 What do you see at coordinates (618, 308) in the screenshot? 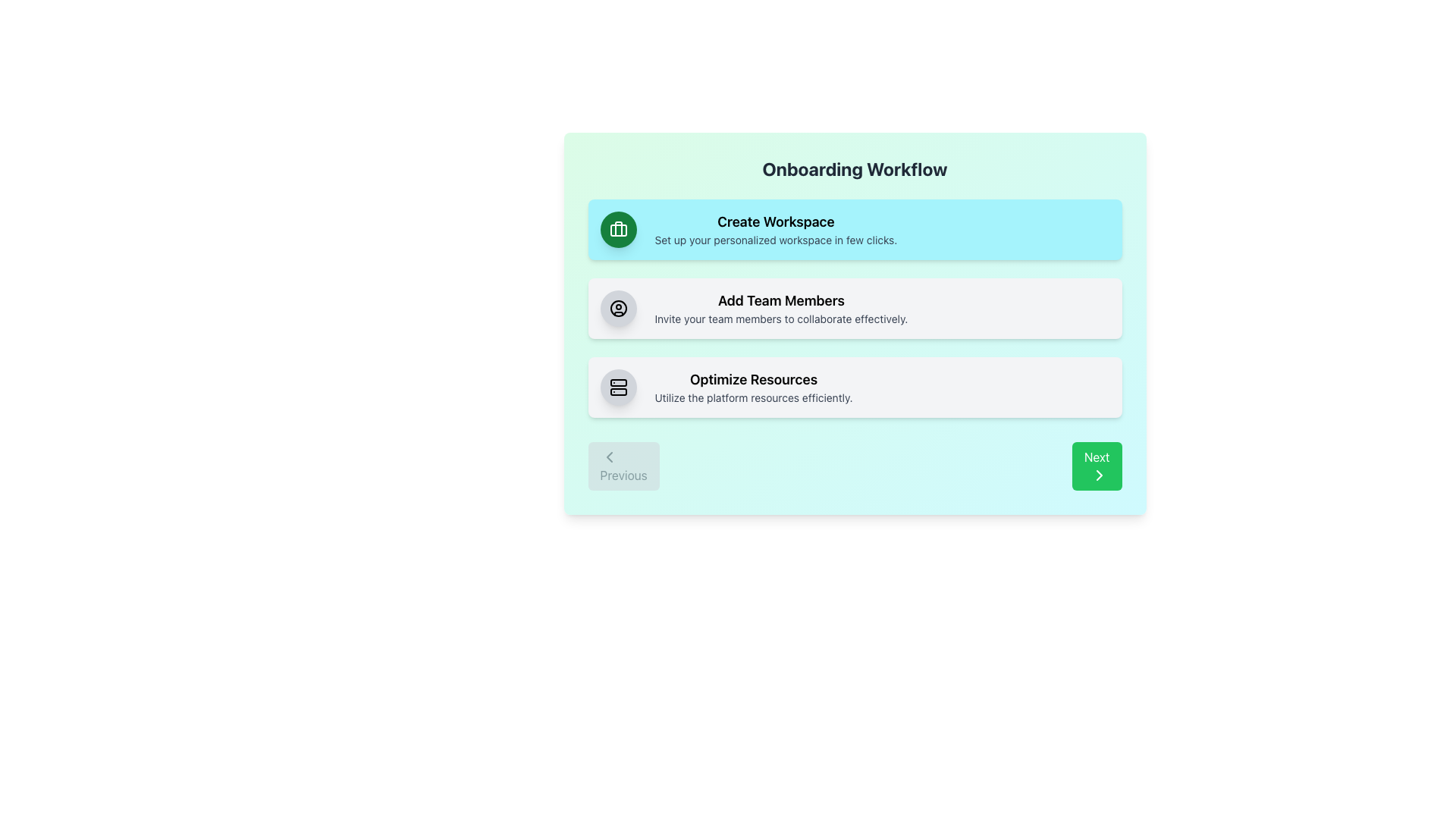
I see `the icon representing the functionality to add team members, which is the leftmost icon in the rounded rectangular button labeled 'Add Team Members' on the onboarding interface` at bounding box center [618, 308].